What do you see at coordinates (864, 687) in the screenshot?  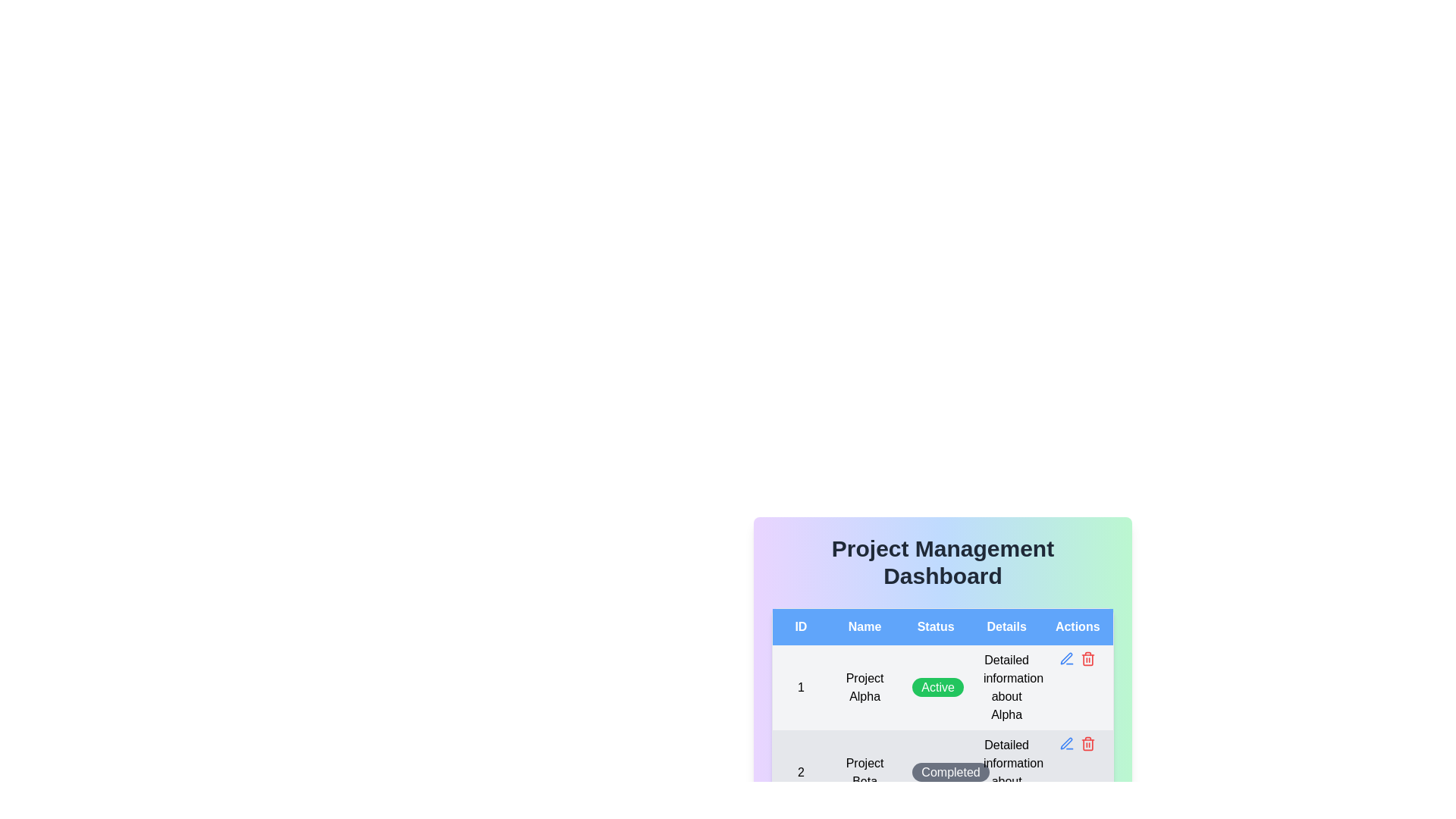 I see `the text label displaying 'Project Alpha', which is located in the second column of the first row of the table, to the right of the 'ID' cell and to the left of the 'Status' cell` at bounding box center [864, 687].